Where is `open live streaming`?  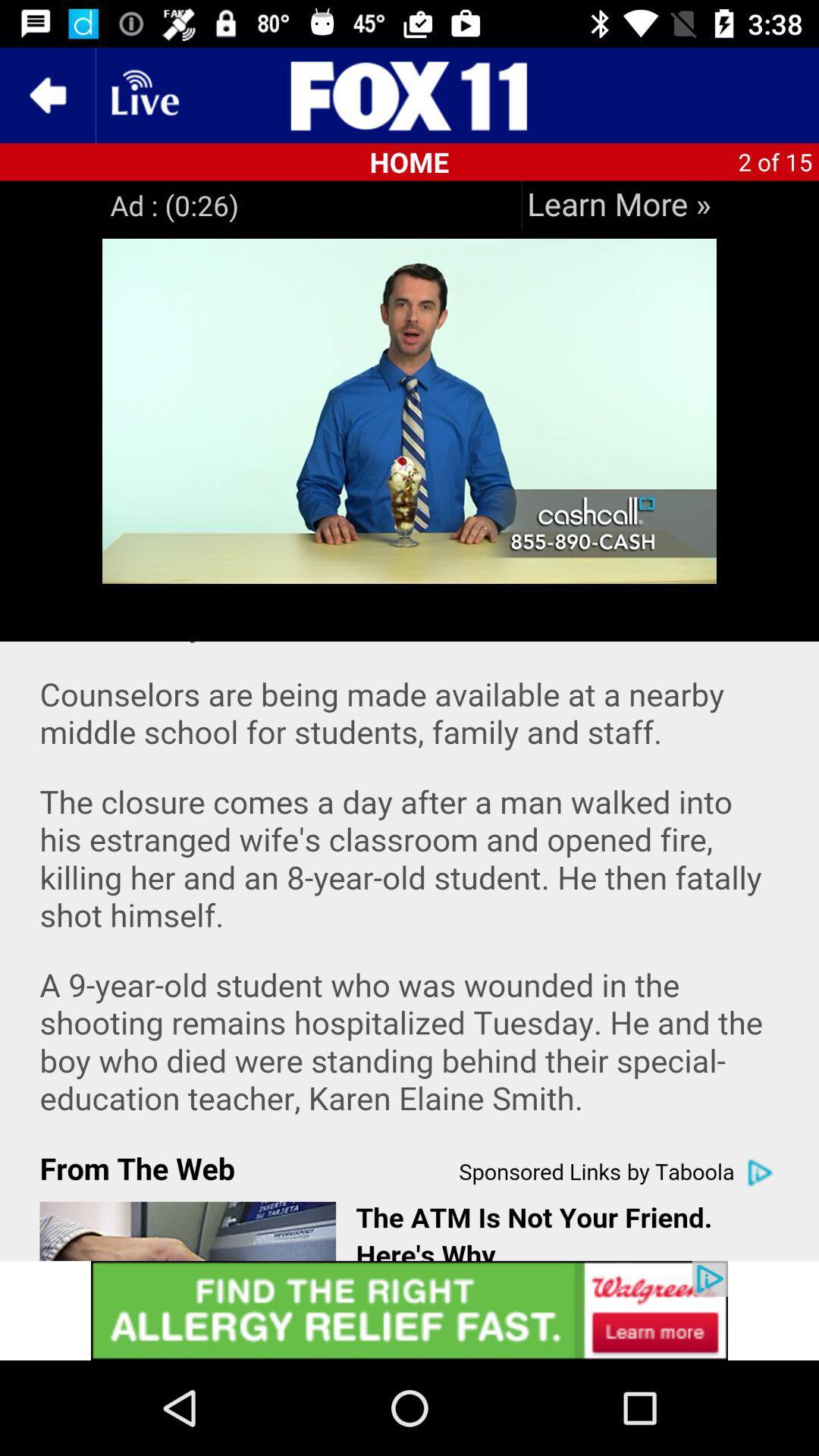 open live streaming is located at coordinates (143, 94).